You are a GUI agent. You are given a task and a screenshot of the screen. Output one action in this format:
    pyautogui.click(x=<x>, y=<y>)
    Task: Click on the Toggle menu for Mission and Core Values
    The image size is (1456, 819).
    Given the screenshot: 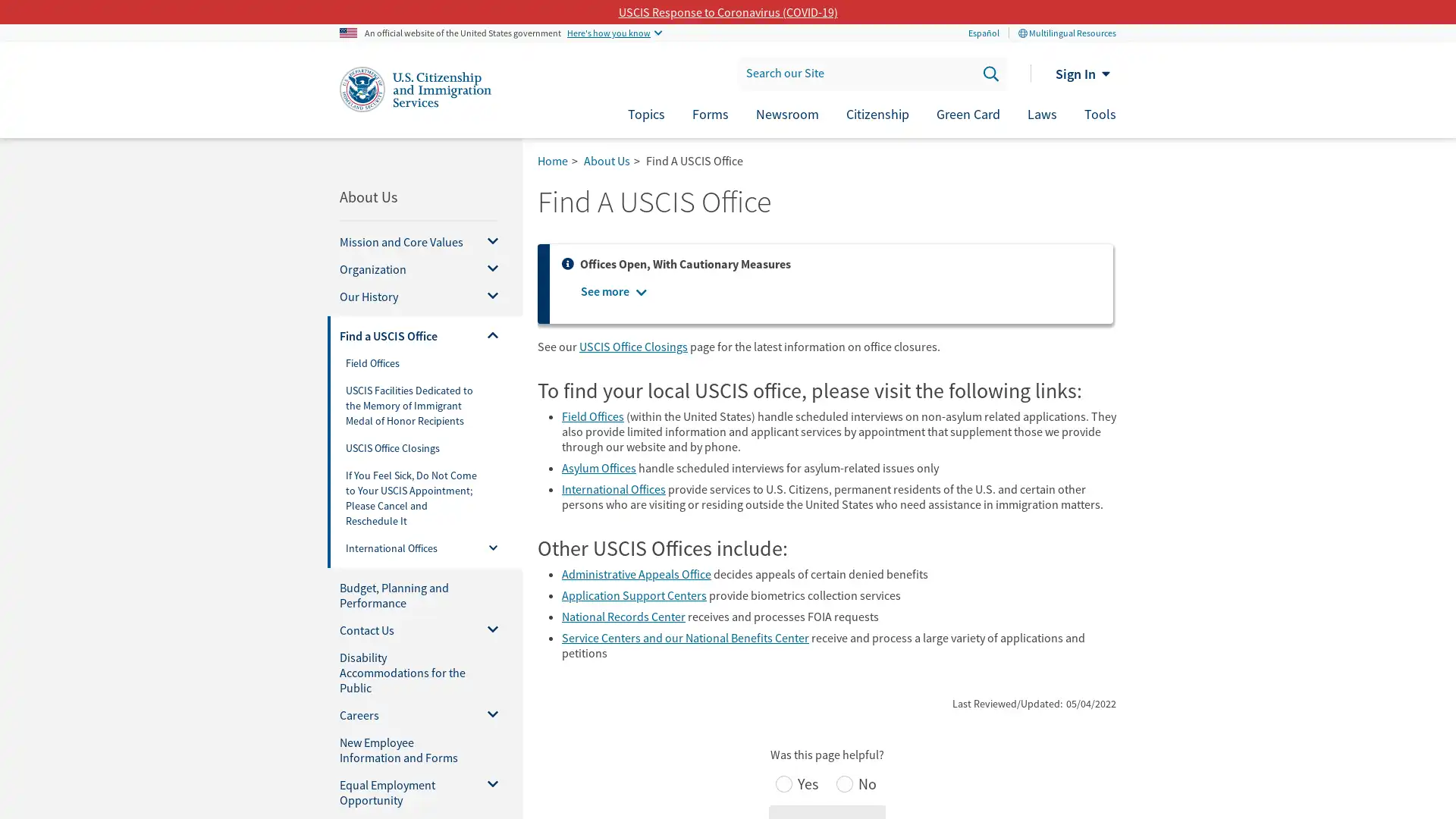 What is the action you would take?
    pyautogui.click(x=487, y=241)
    